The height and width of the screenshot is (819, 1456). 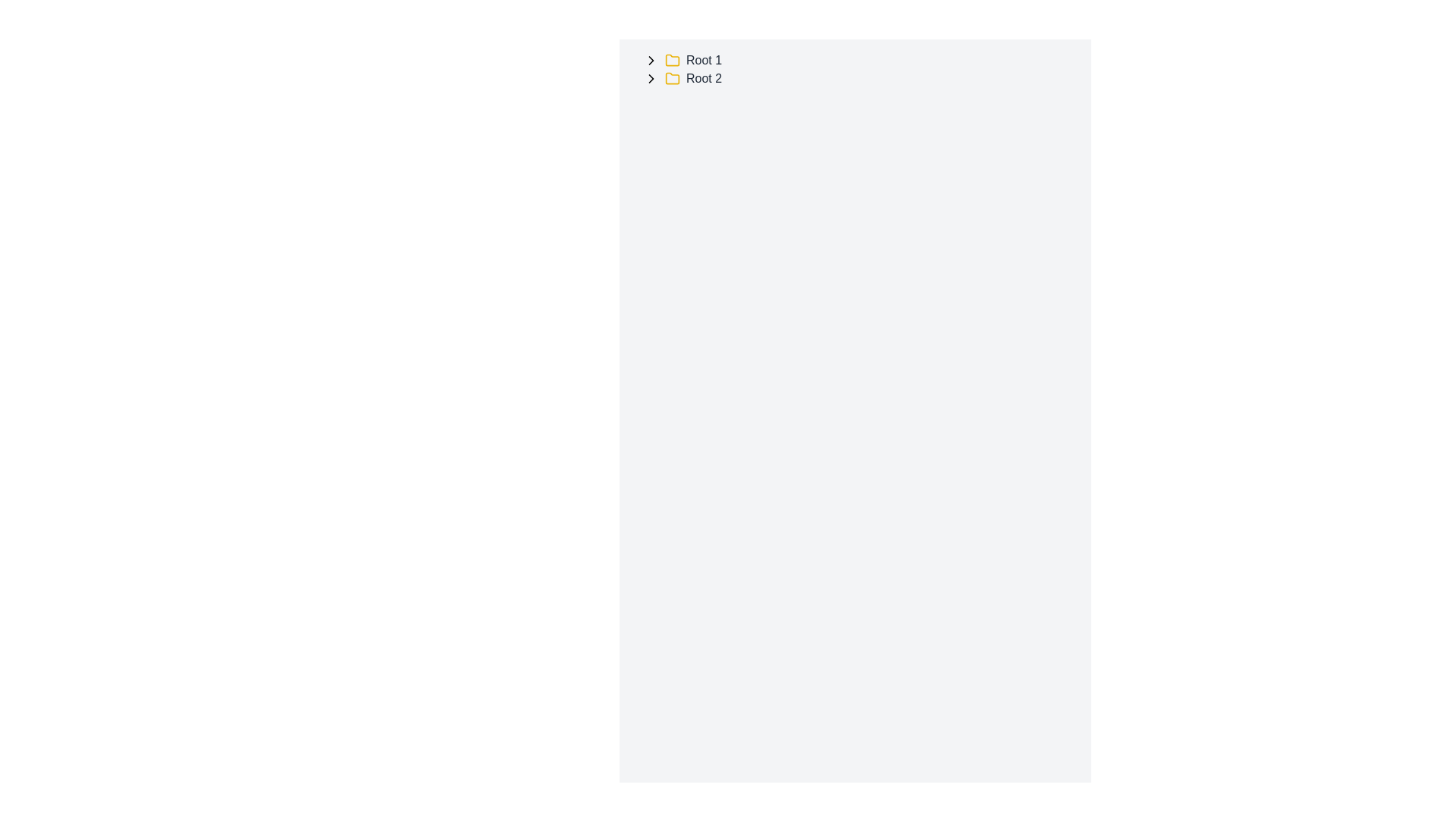 What do you see at coordinates (651, 60) in the screenshot?
I see `the right-chevron icon located to the left of the text 'Root 1'` at bounding box center [651, 60].